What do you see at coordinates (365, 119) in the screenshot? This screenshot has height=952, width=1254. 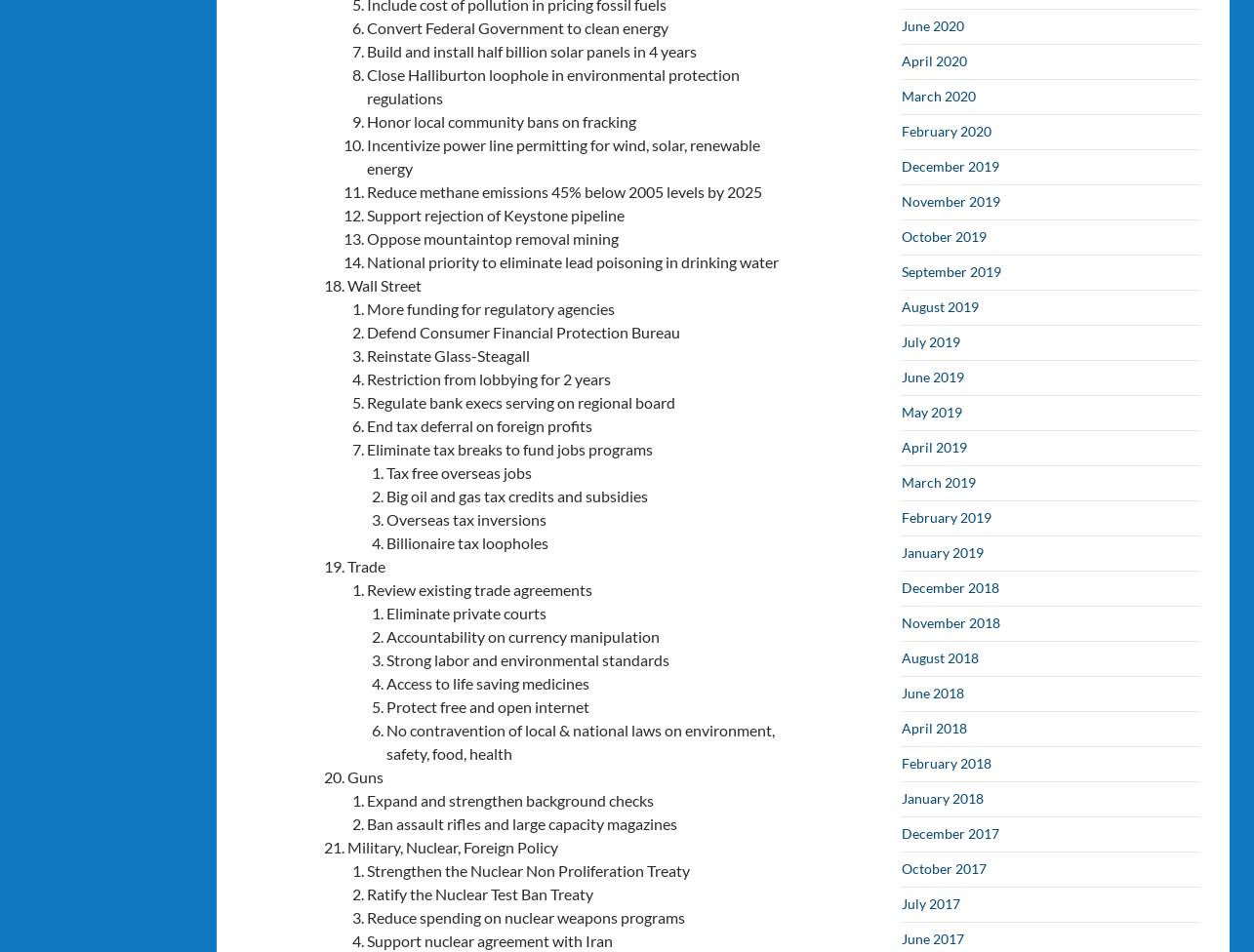 I see `'Honor local community bans on fracking'` at bounding box center [365, 119].